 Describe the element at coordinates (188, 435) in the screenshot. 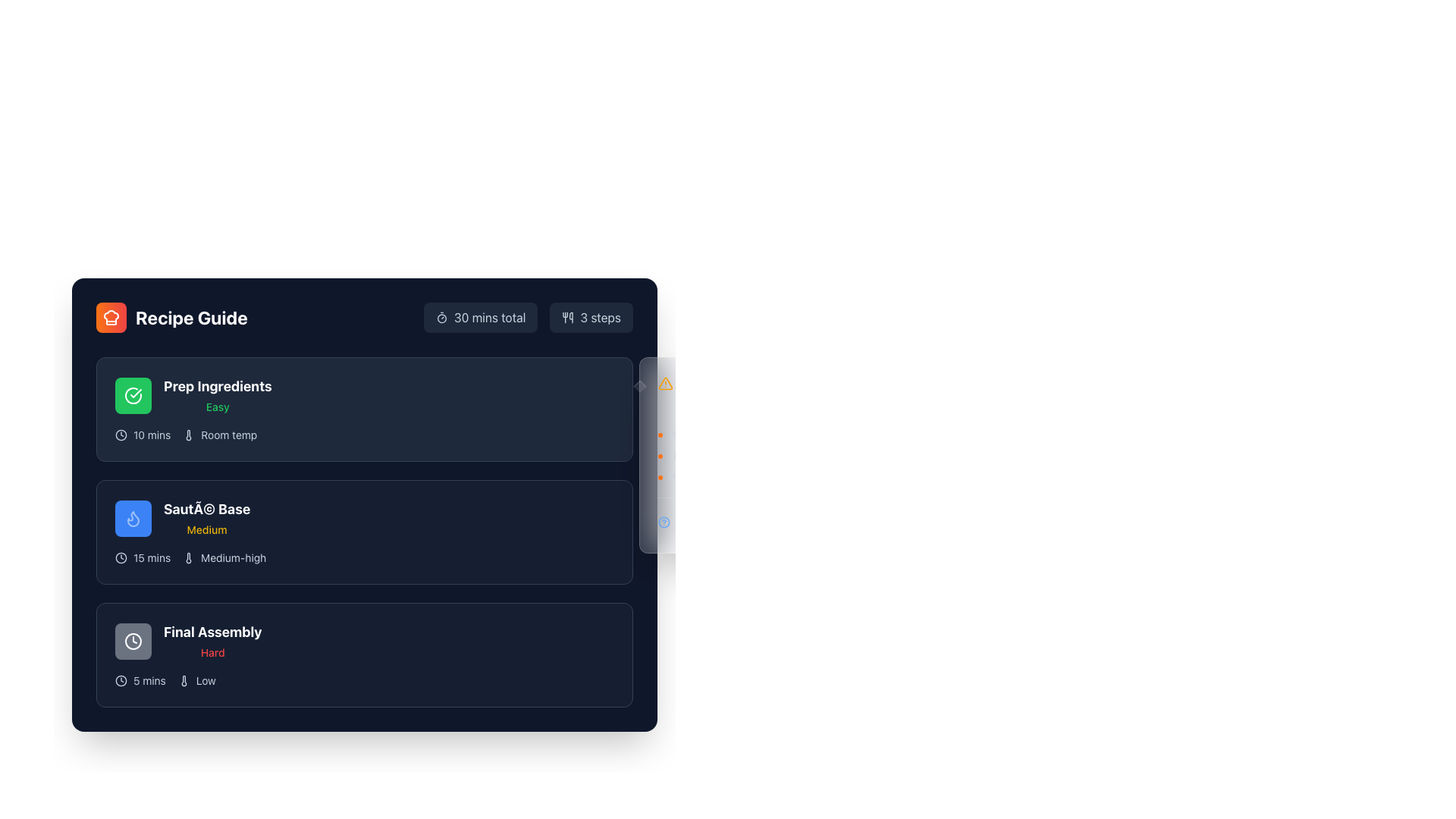

I see `the temperature indicator icon located to the left of the 'Room temp' text in the 'Prep Ingredients' section of the Recipe Guide interface` at that location.